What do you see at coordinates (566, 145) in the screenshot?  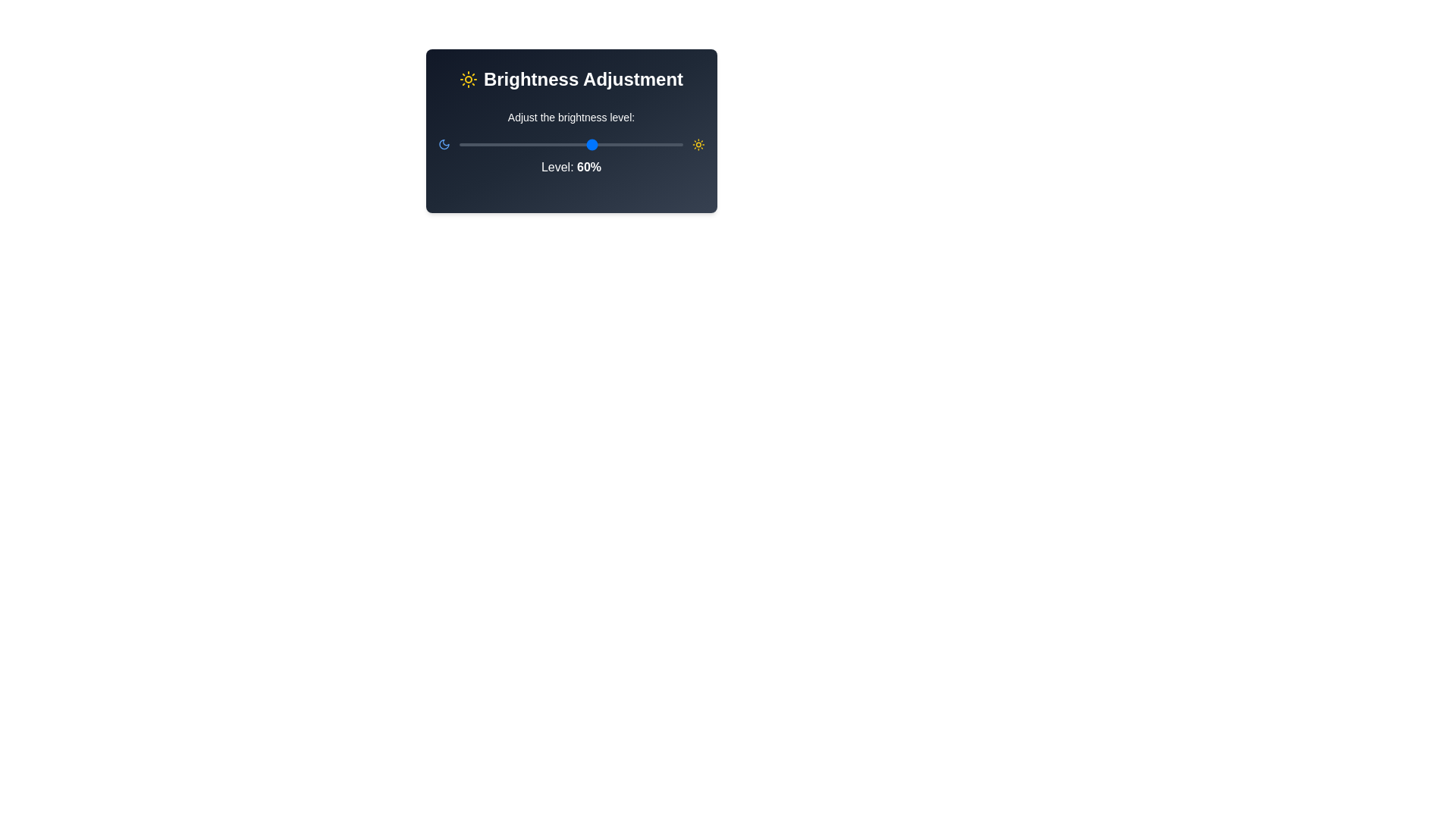 I see `brightness level` at bounding box center [566, 145].